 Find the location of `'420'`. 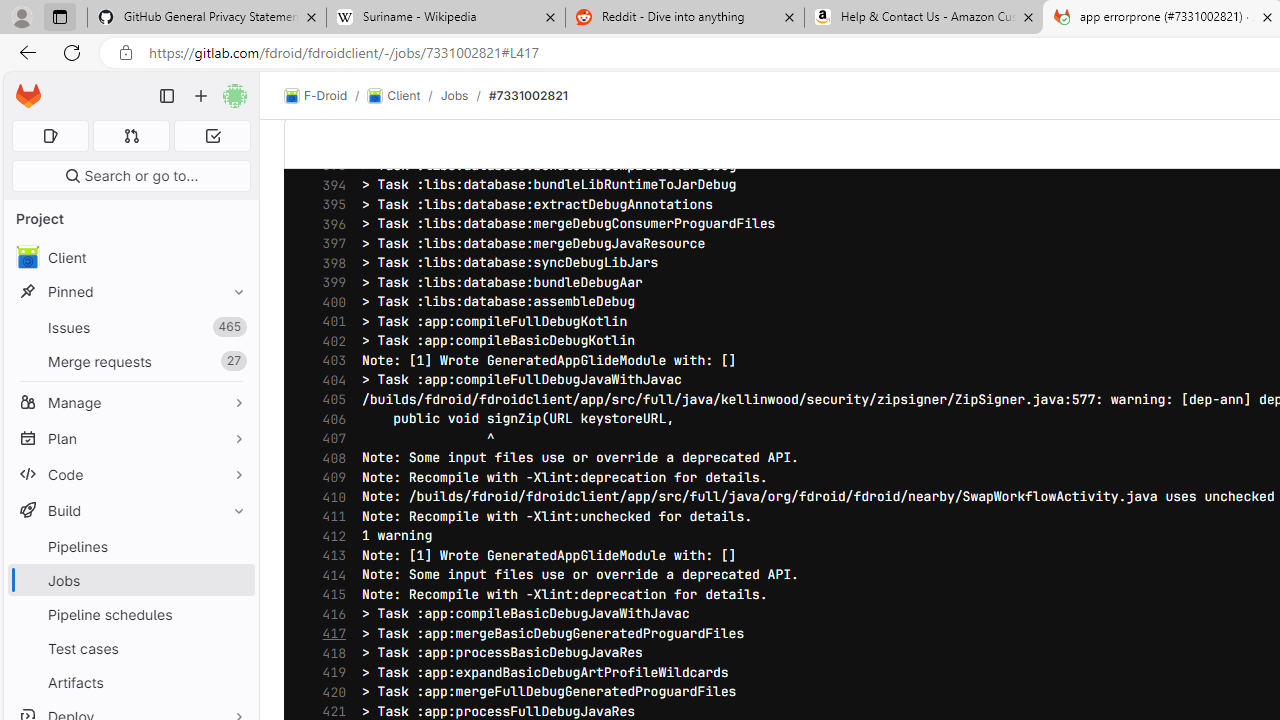

'420' is located at coordinates (329, 691).